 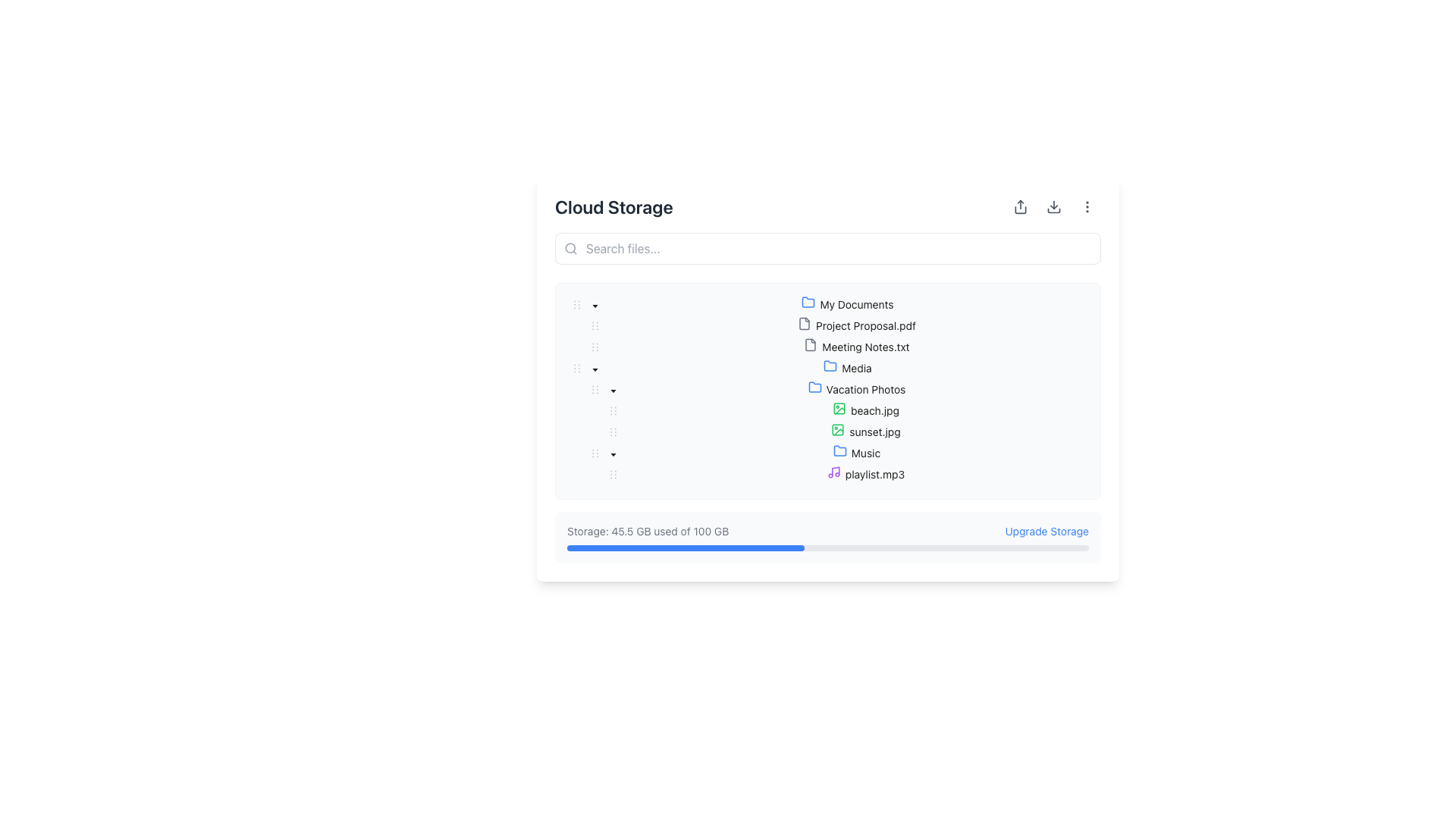 I want to click on the circular download button, which is the middle button in a group of three, to initiate a download, so click(x=1053, y=207).